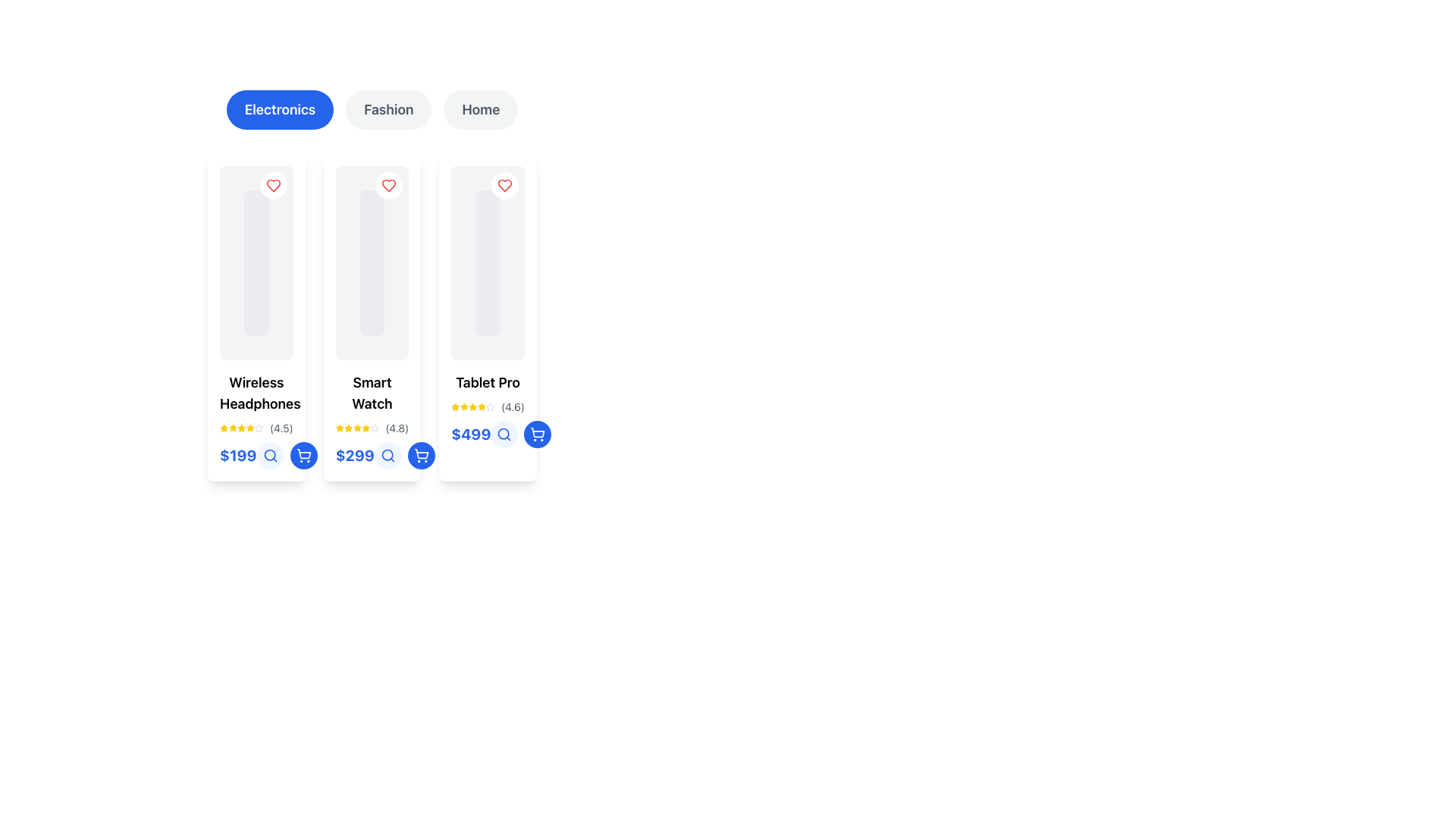 The width and height of the screenshot is (1456, 819). I want to click on the second button located at the bottom right of the 'Smart Watch' product card, so click(303, 455).